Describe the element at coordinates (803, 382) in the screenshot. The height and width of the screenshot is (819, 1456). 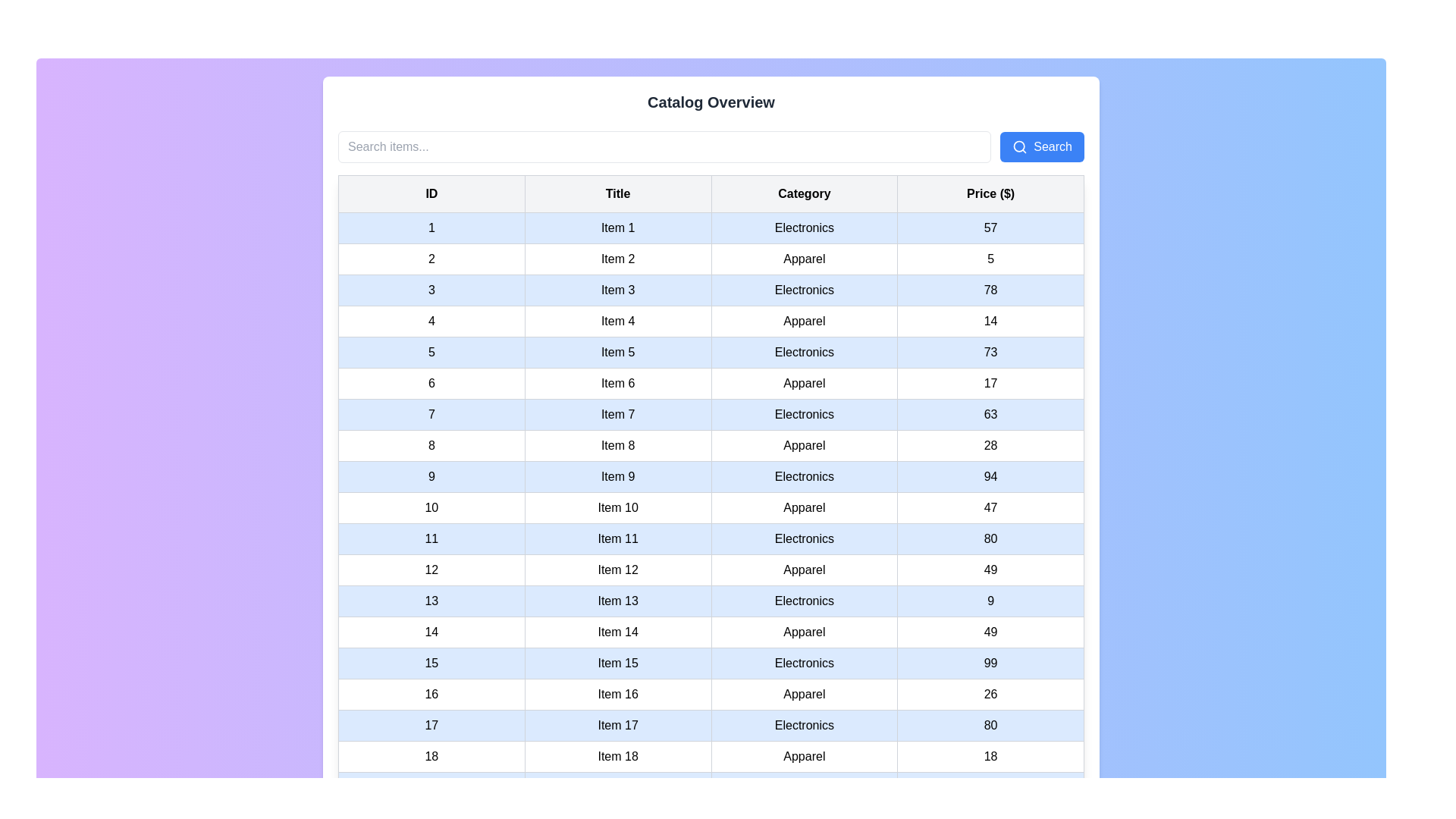
I see `text from the table cell displaying 'Apparel' located in the 'Category' column for 'Item 6'` at that location.